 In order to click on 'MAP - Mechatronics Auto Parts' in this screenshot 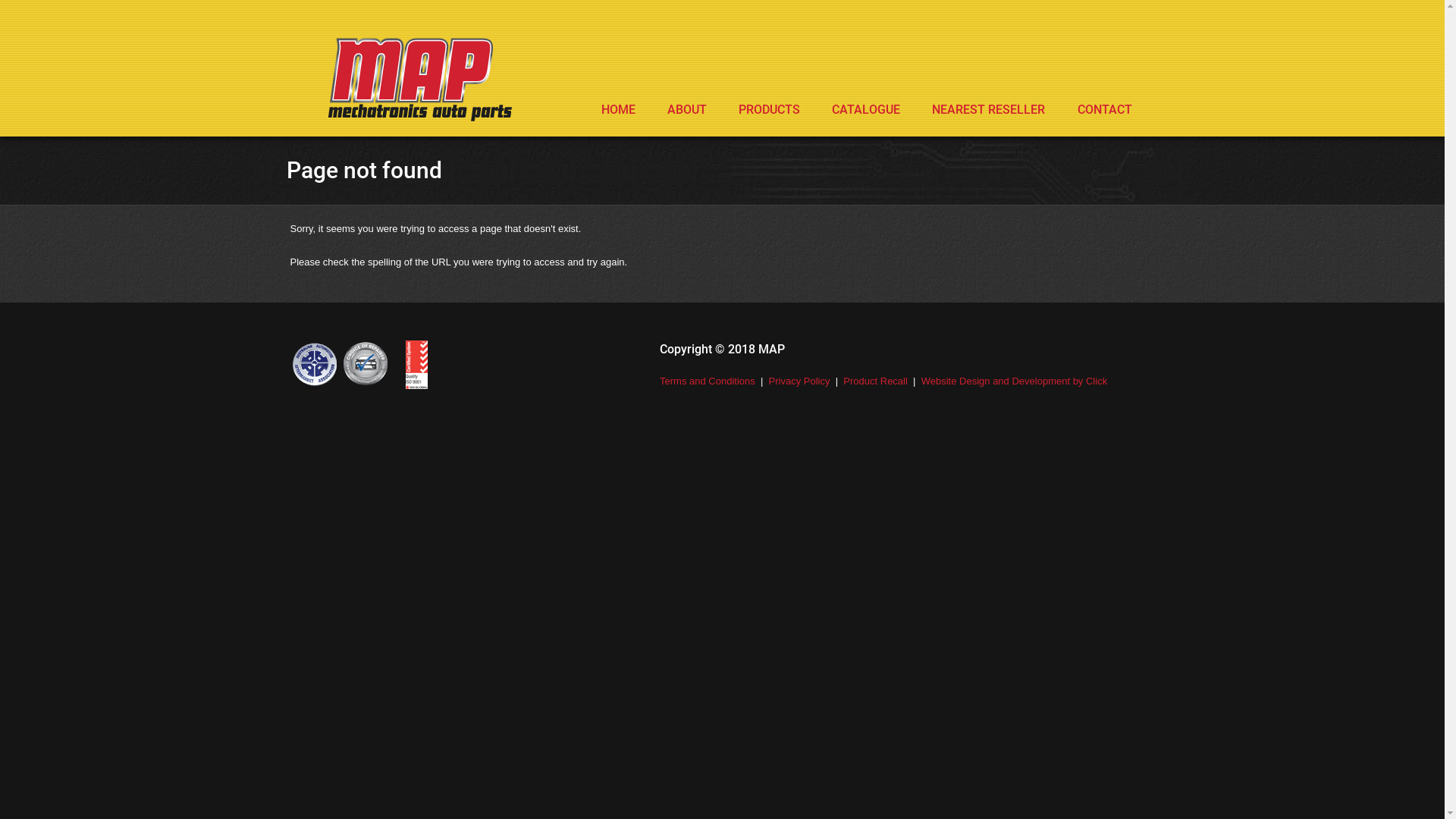, I will do `click(419, 79)`.